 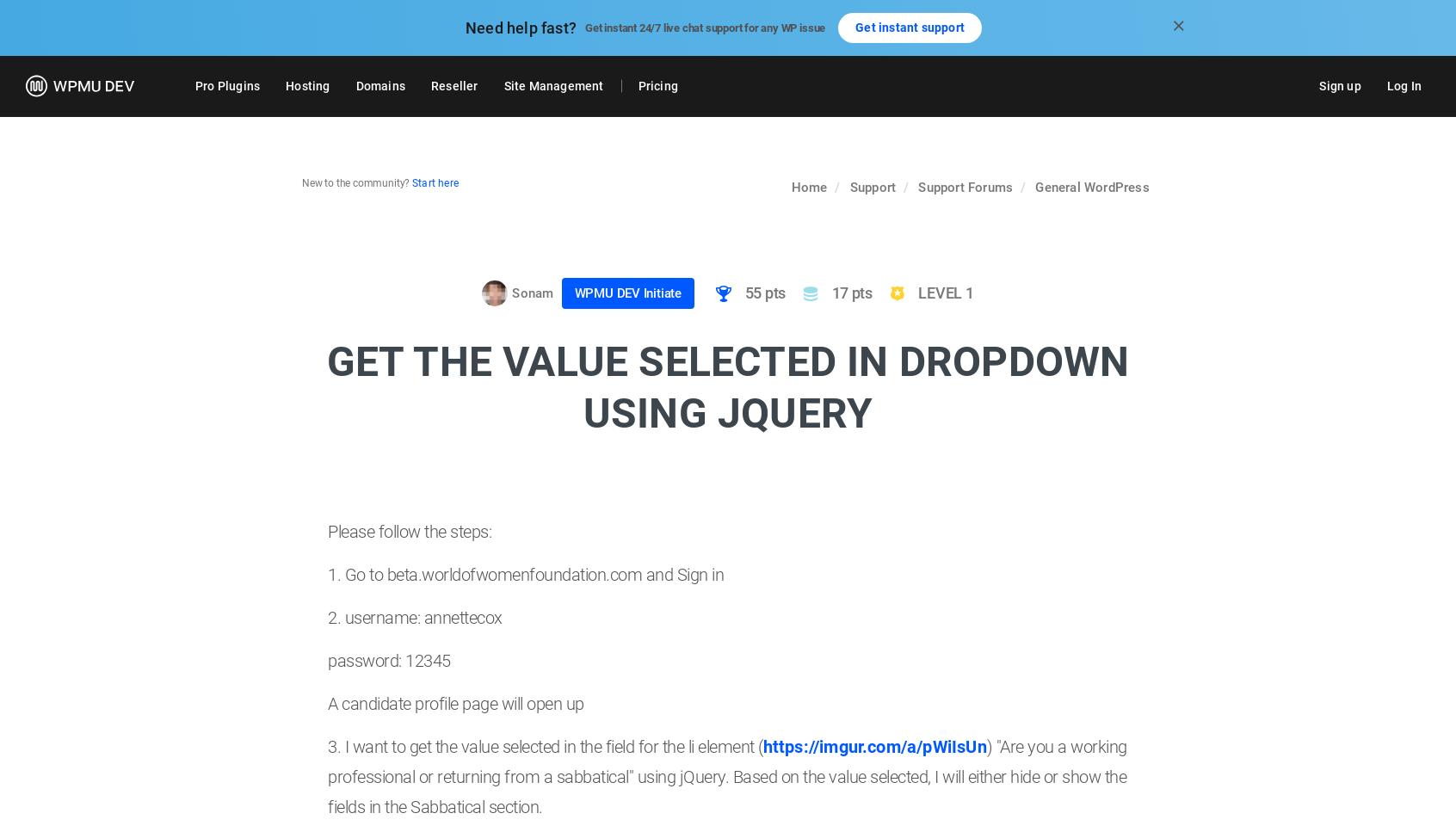 I want to click on 'Home', so click(x=809, y=187).